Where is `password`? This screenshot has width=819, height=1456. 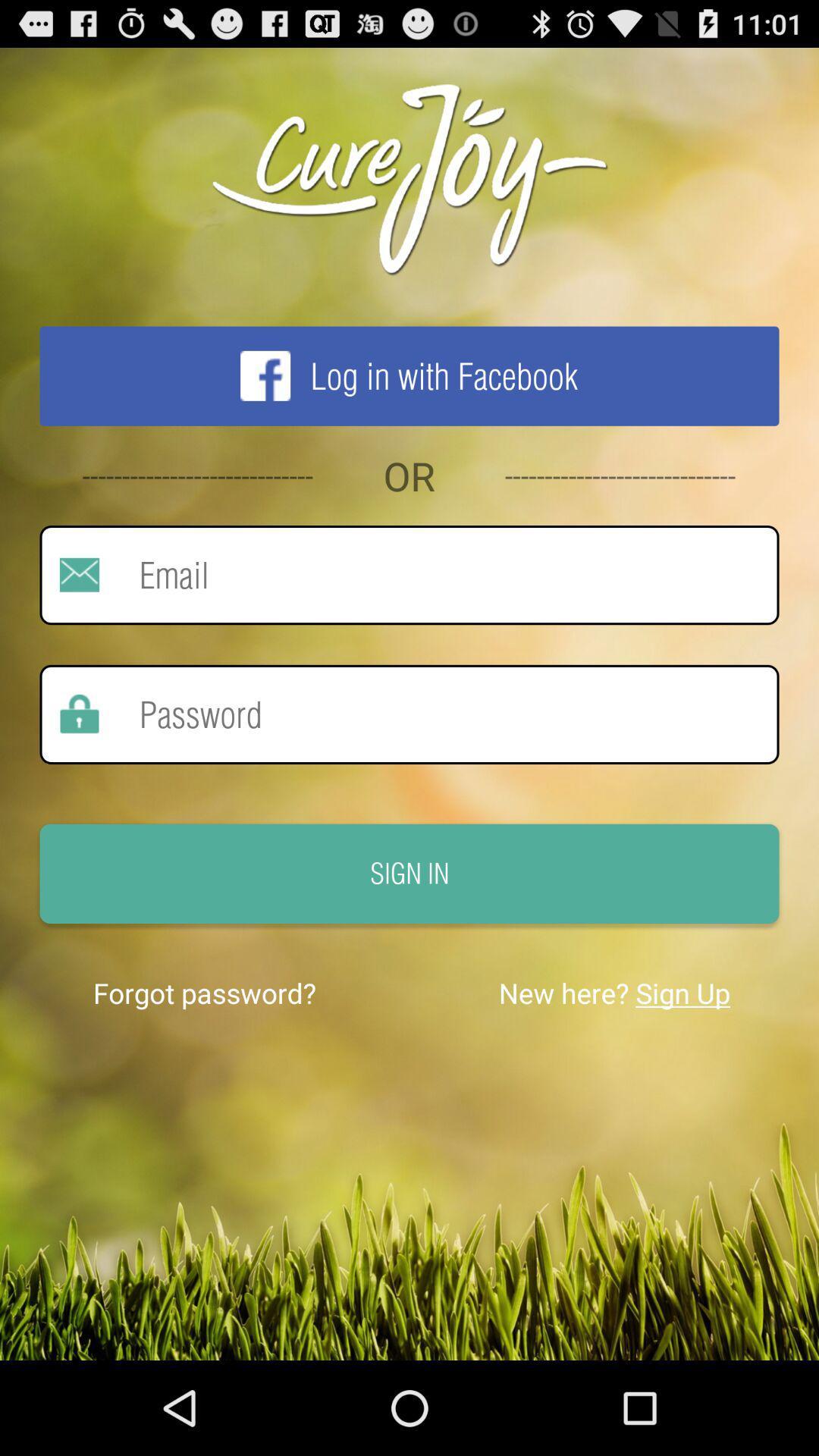 password is located at coordinates (439, 714).